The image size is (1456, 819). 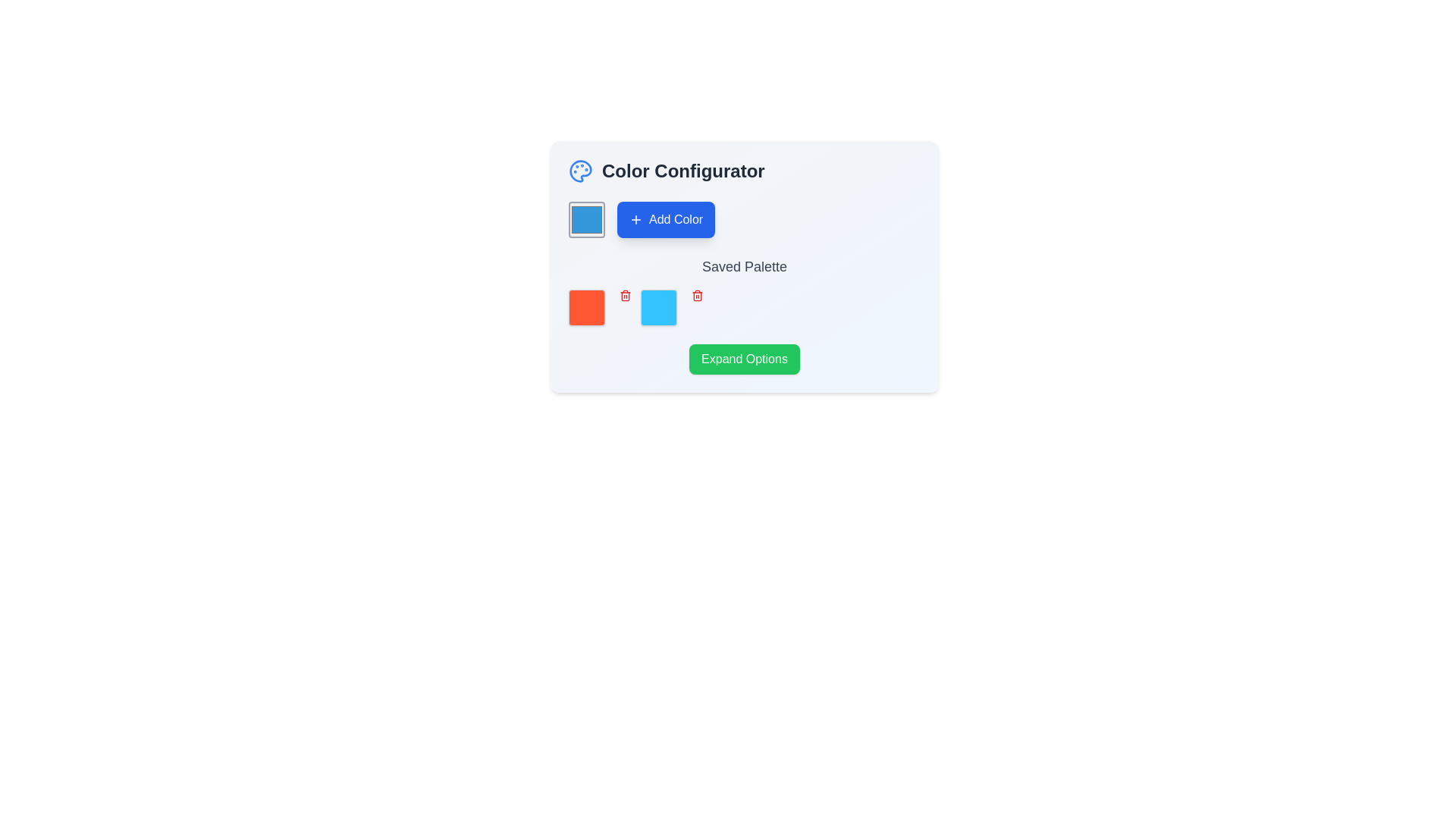 What do you see at coordinates (745, 359) in the screenshot?
I see `the green rectangular button with rounded corners labeled 'Expand Options' located at the bottom of the 'Color Configurator' panel` at bounding box center [745, 359].